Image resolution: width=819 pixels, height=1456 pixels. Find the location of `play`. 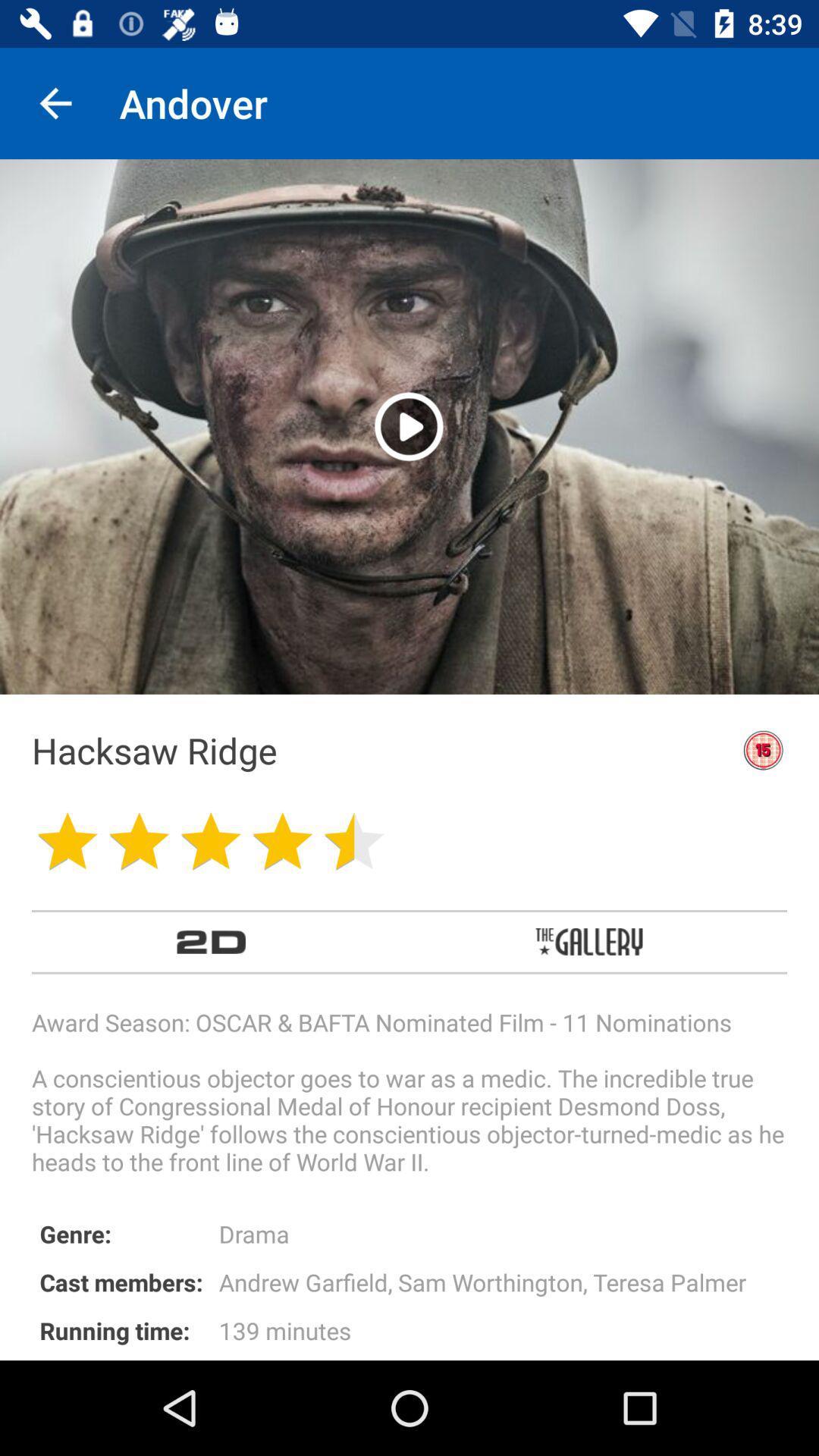

play is located at coordinates (408, 425).